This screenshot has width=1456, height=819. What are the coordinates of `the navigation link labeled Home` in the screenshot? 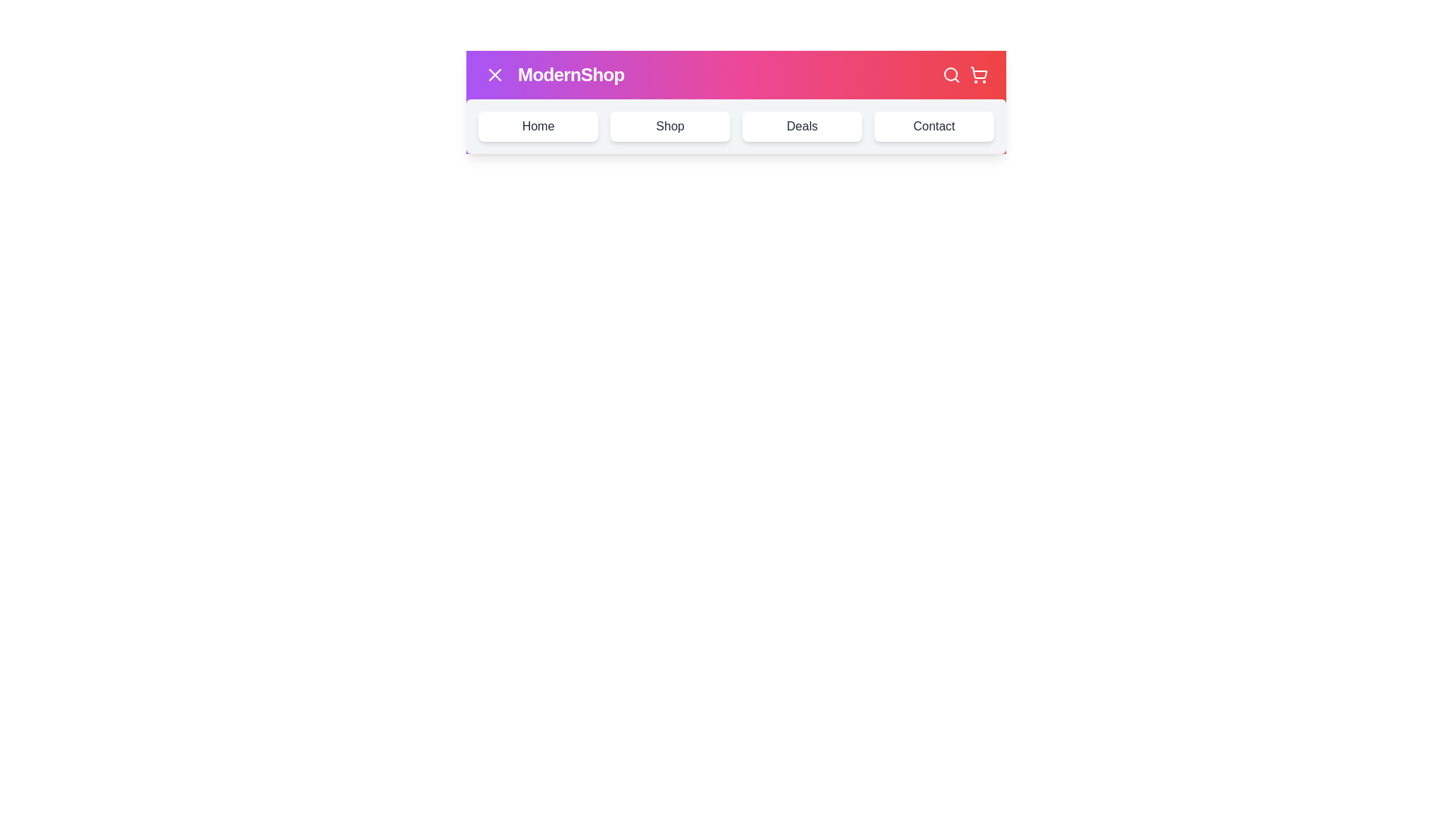 It's located at (538, 125).